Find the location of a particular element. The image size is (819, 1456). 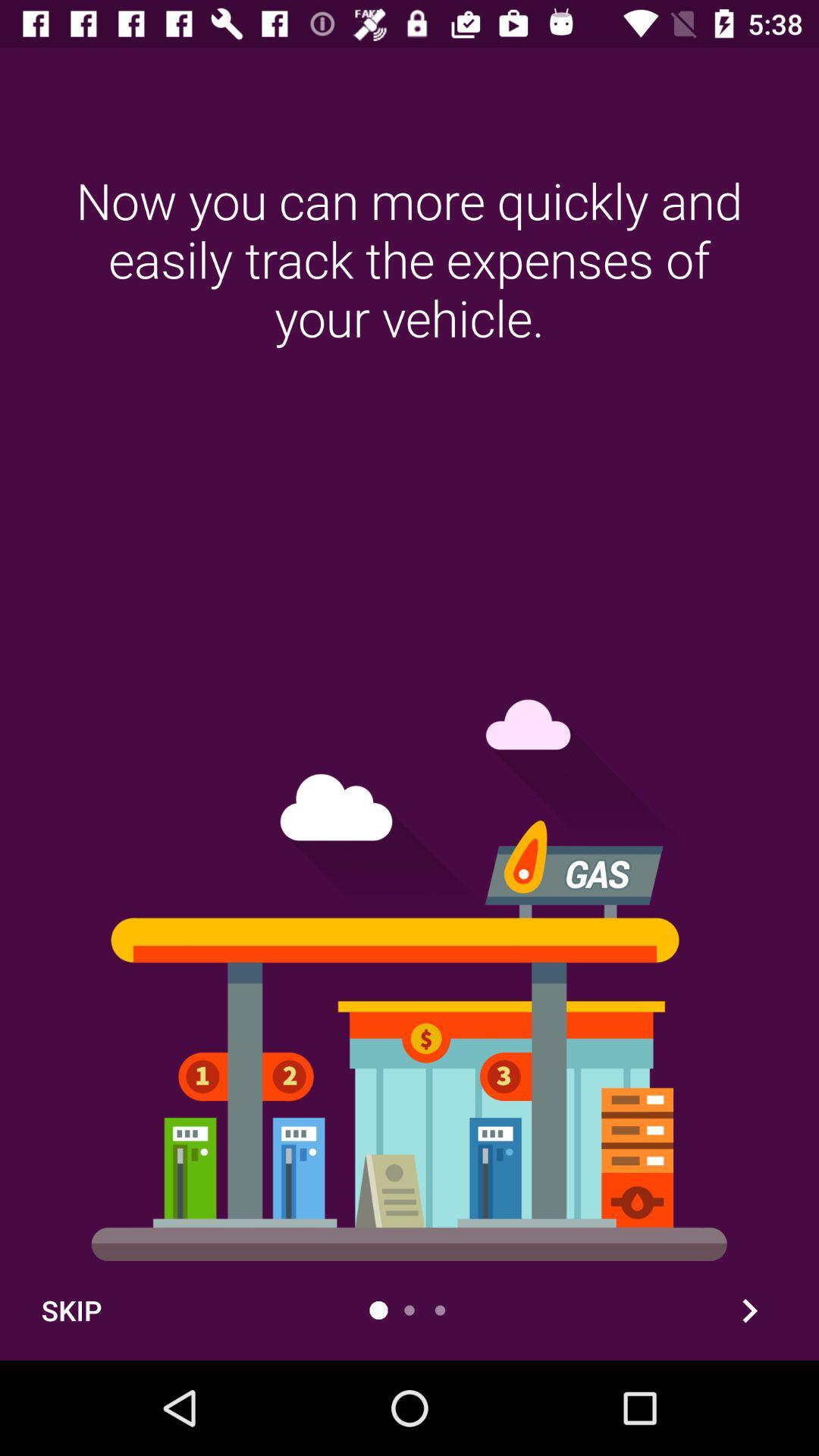

the next is located at coordinates (748, 1310).